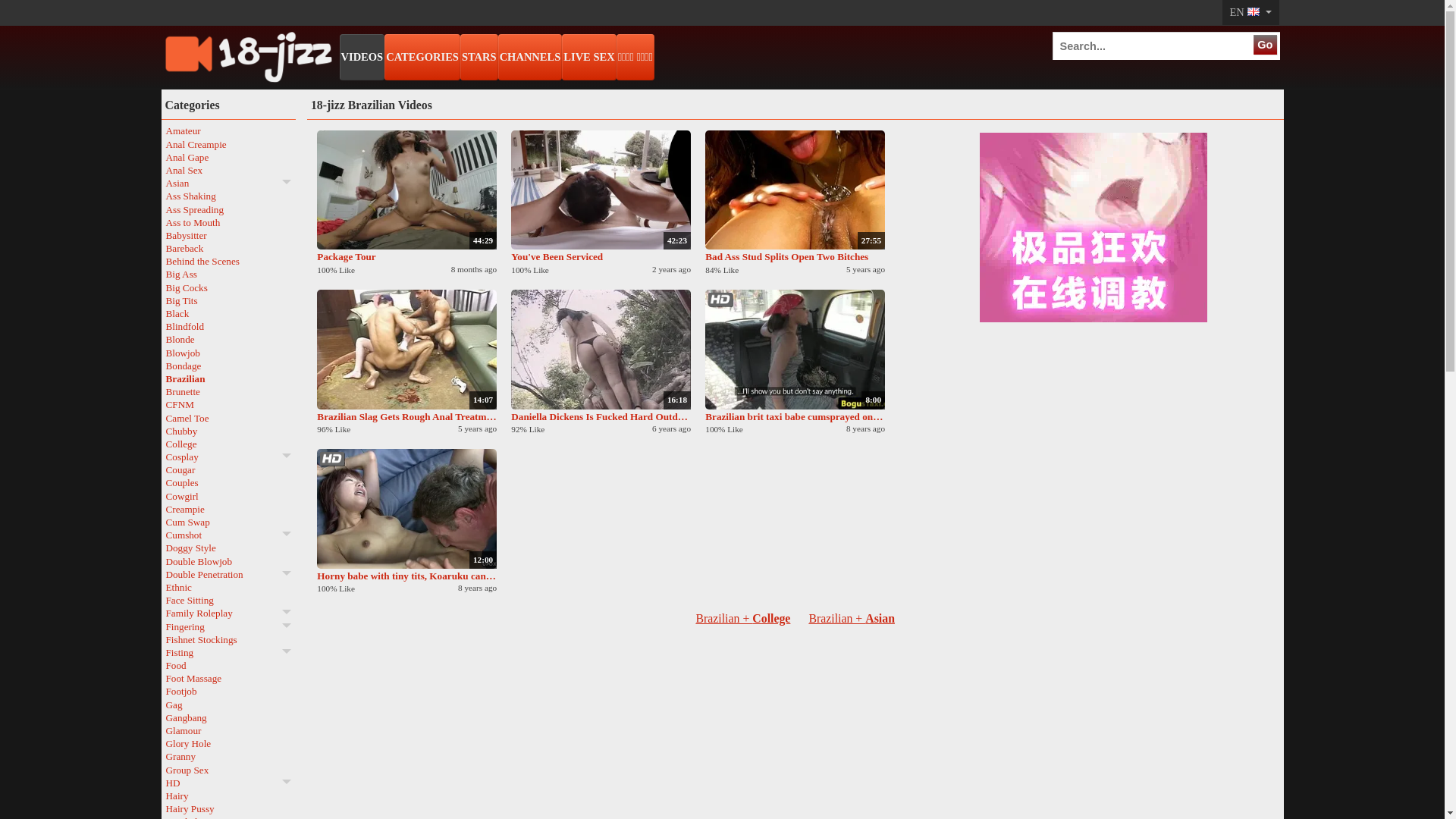  I want to click on 'Behind the Scenes', so click(227, 260).